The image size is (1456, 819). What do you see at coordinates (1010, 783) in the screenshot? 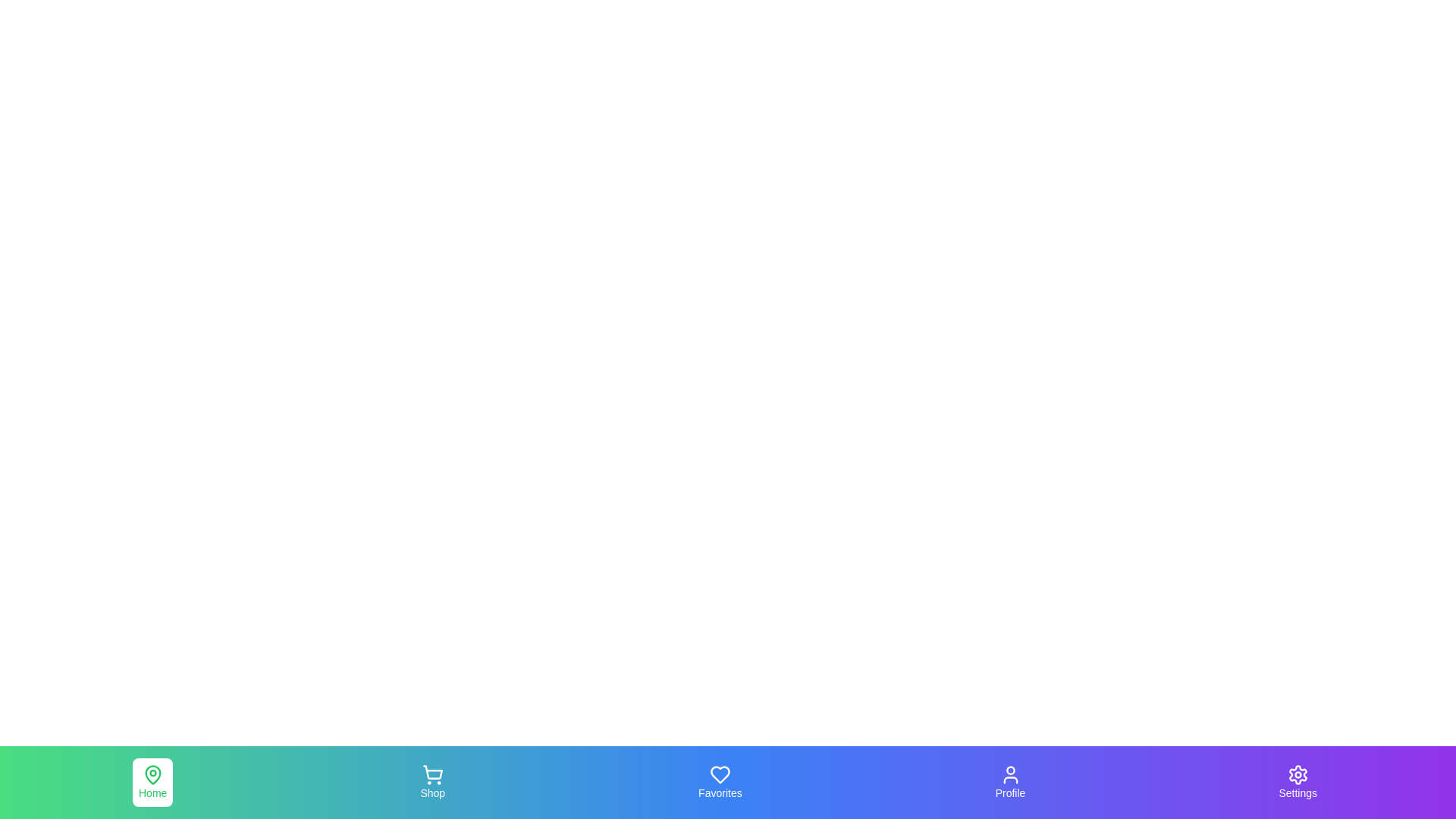
I see `the navigation tab labeled Profile` at bounding box center [1010, 783].